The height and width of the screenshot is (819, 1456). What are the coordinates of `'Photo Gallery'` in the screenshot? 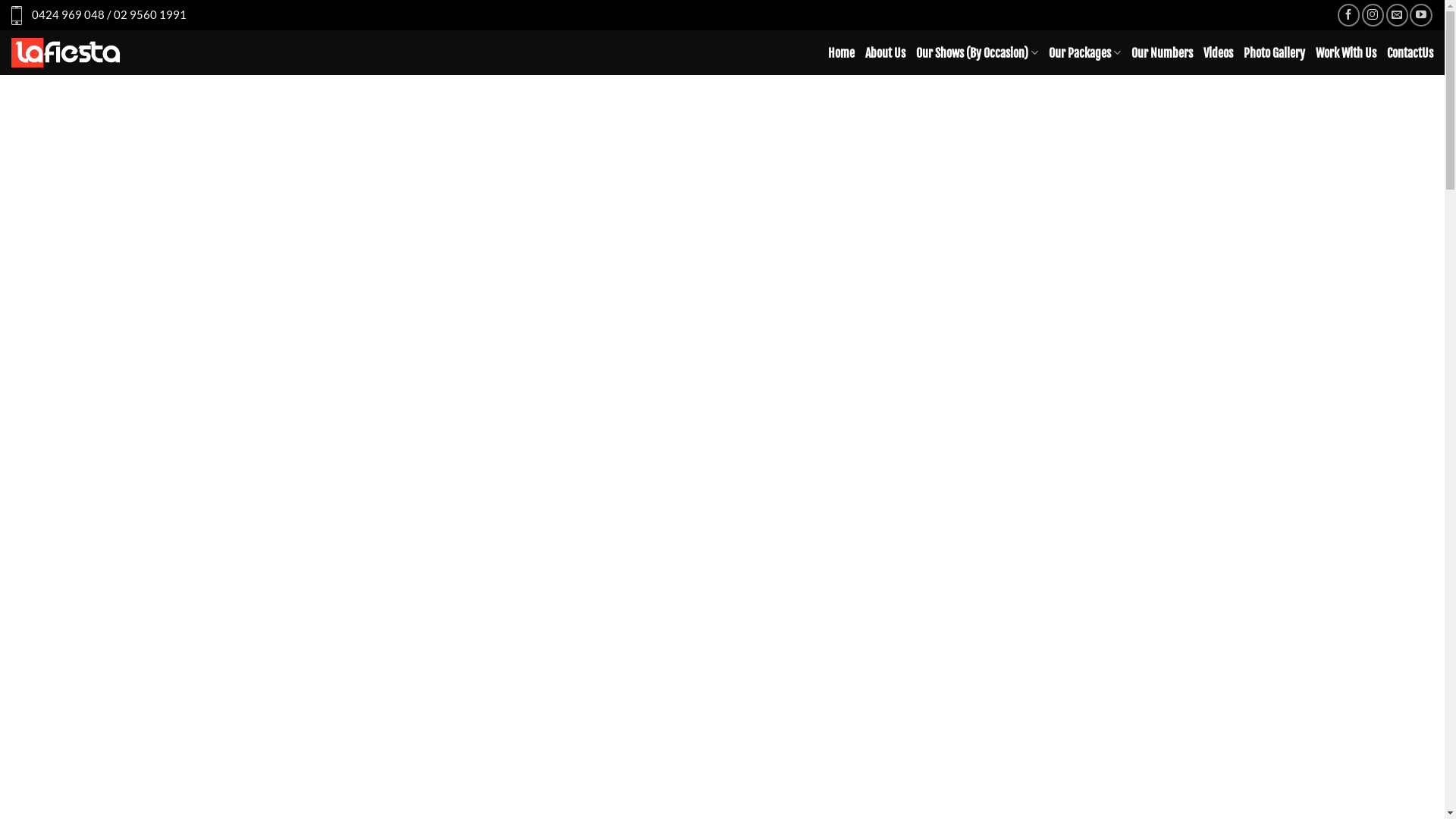 It's located at (1274, 52).